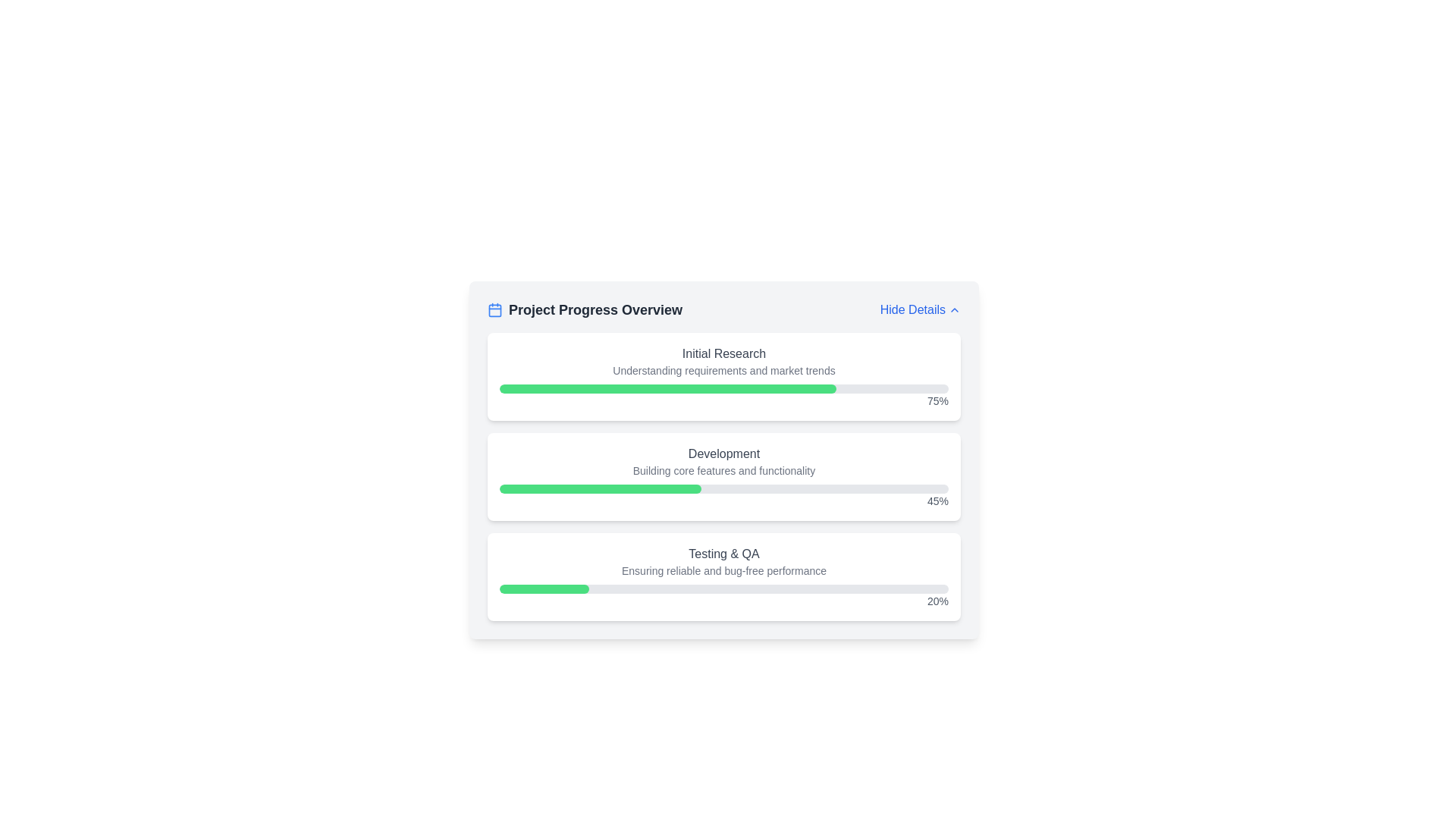 The image size is (1456, 819). What do you see at coordinates (723, 388) in the screenshot?
I see `the horizontal progress bar indicating 75% completion, located within the 'Initial Research' card, positioned below the description and above the '75%' label` at bounding box center [723, 388].